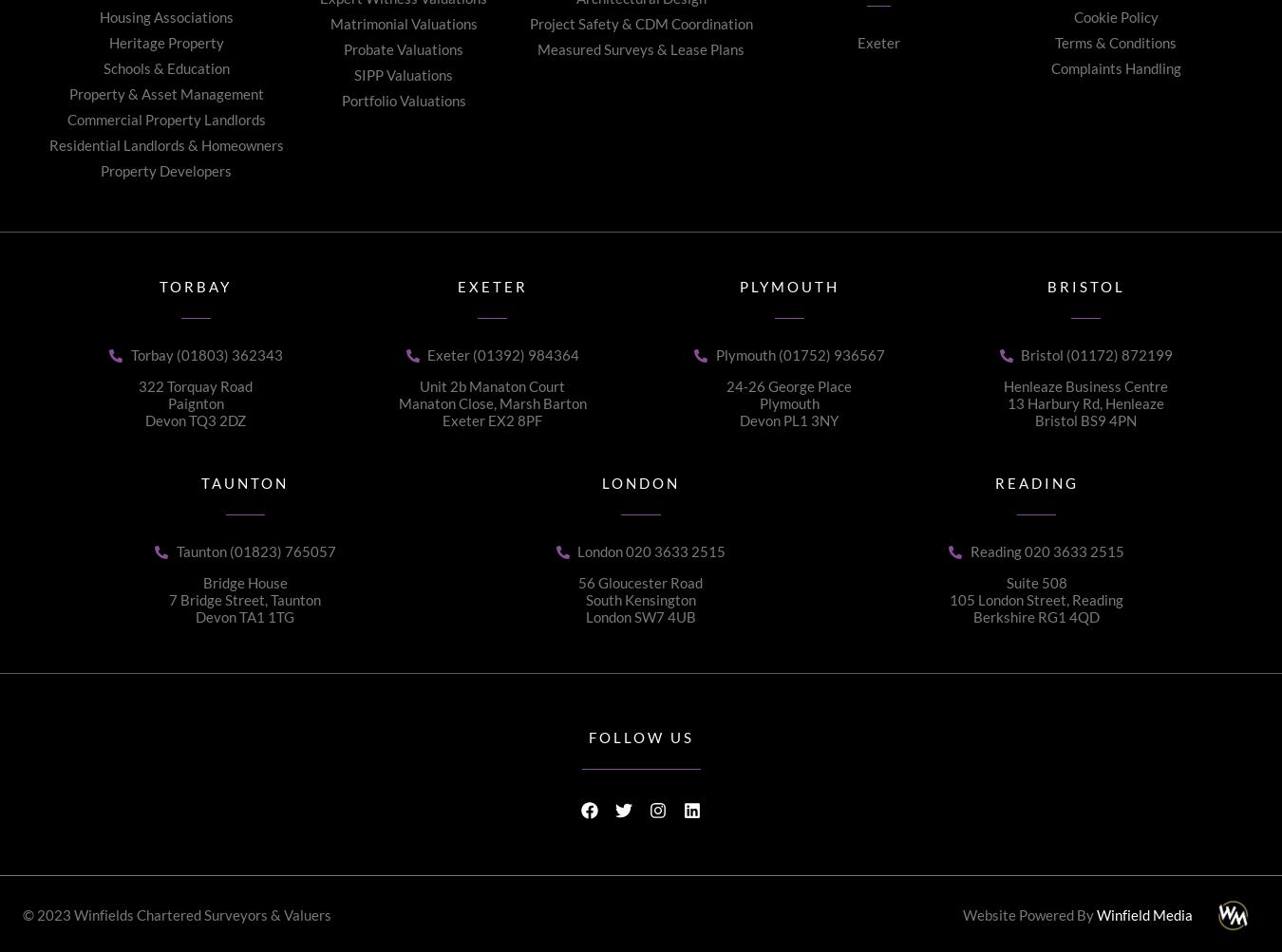  Describe the element at coordinates (1046, 551) in the screenshot. I see `'Reading 020 3633 2515'` at that location.